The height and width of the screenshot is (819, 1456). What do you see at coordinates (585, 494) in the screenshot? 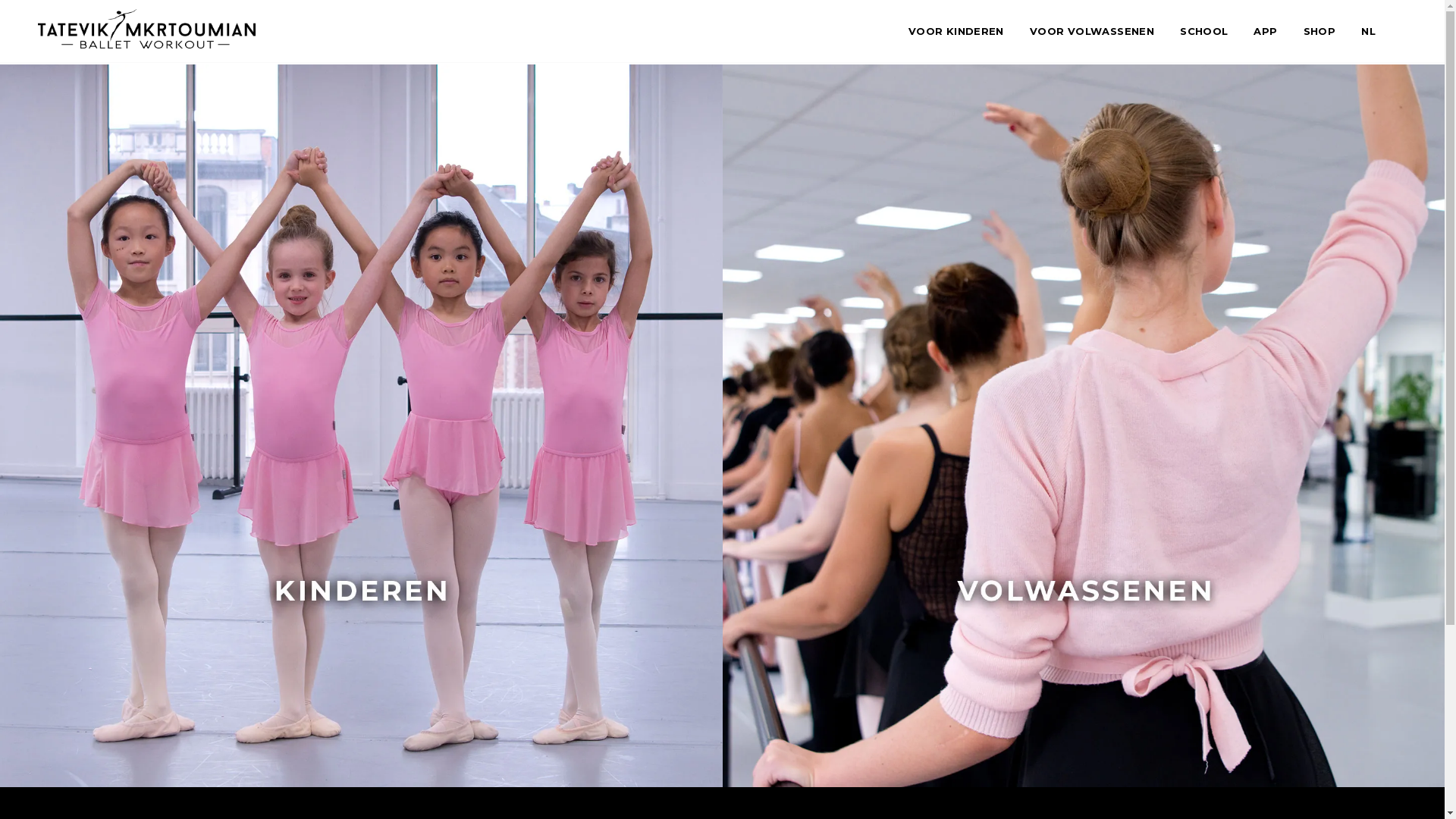
I see `'Log In'` at bounding box center [585, 494].